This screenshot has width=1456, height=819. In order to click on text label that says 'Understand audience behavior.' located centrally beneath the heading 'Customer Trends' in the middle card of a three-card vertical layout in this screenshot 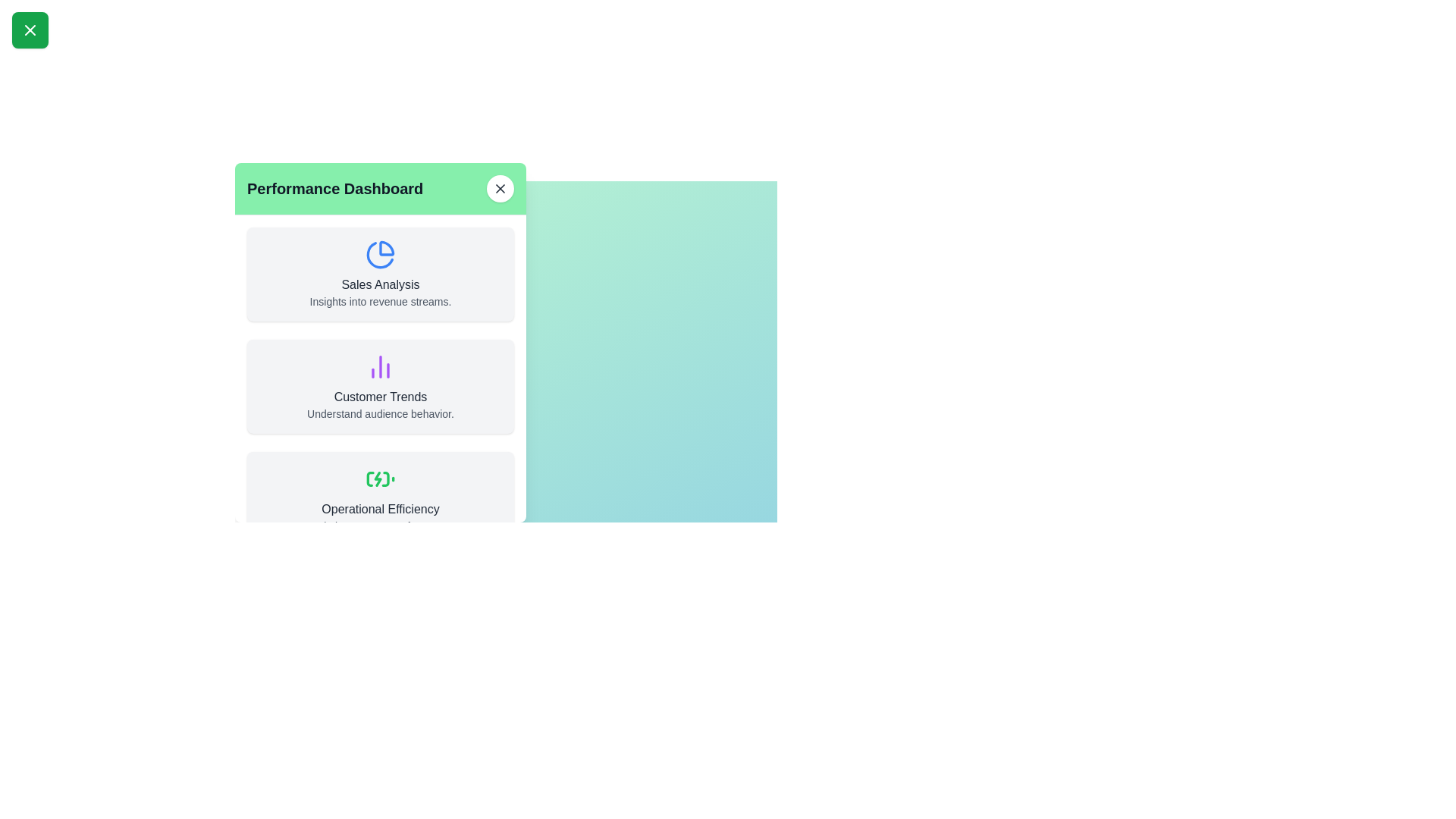, I will do `click(381, 414)`.